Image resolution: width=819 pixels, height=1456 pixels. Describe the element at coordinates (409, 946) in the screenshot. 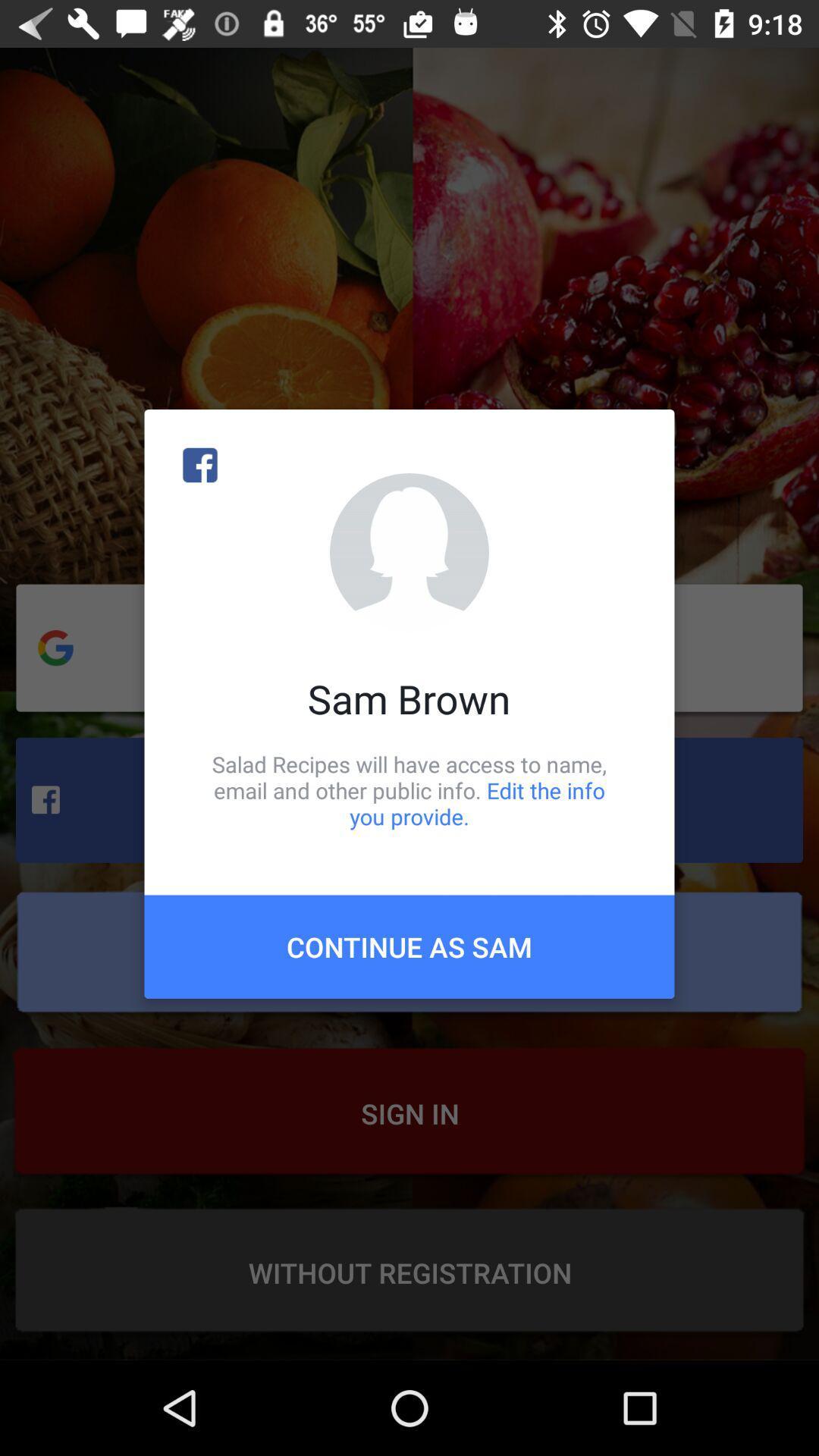

I see `the continue as sam icon` at that location.